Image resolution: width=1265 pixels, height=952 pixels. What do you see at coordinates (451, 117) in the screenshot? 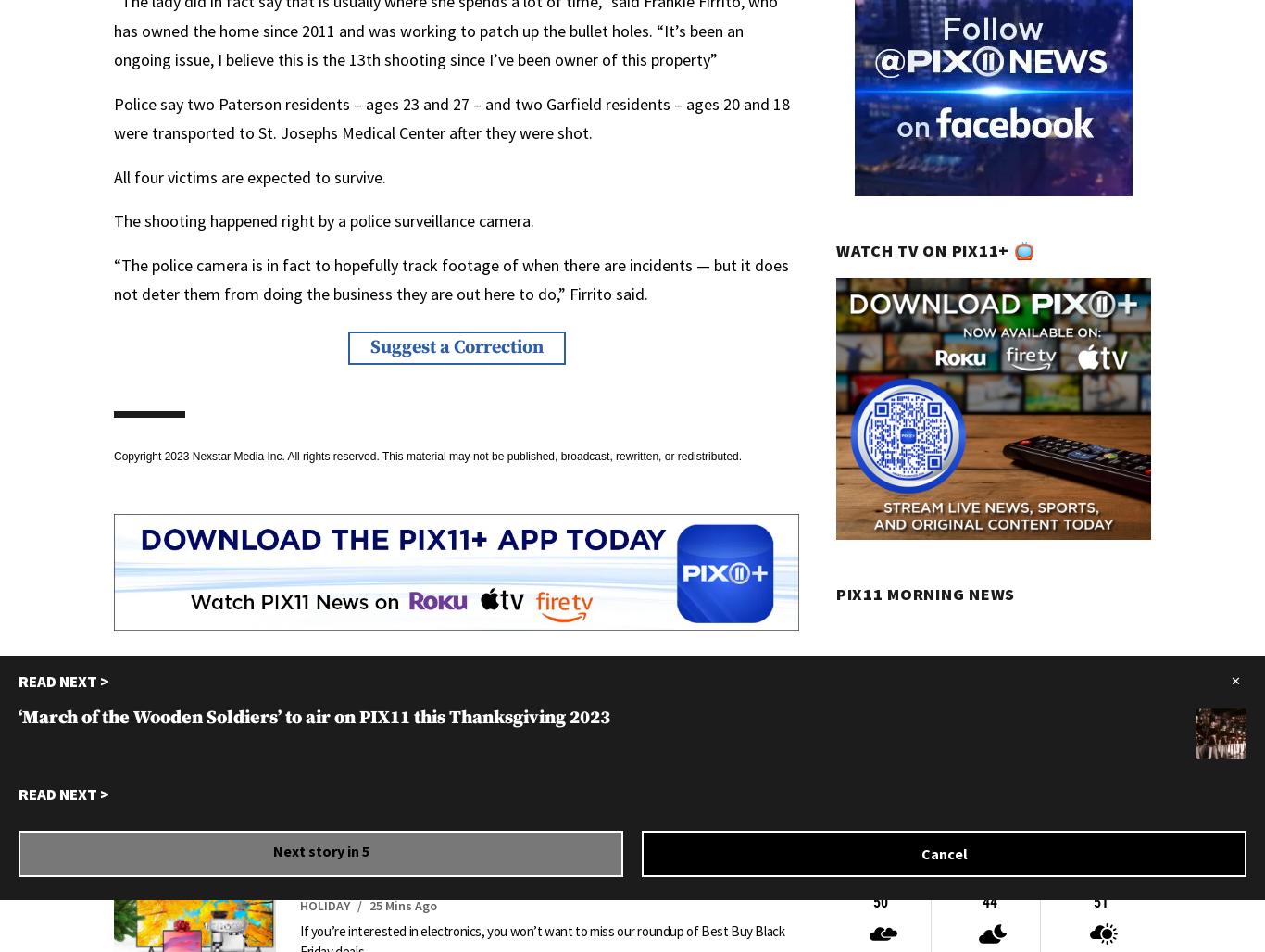
I see `'Police say two Paterson residents – ages 23 and 27 – and two Garfield residents – ages 20 and 18 were transported to St. Josephs Medical Center after they were shot.'` at bounding box center [451, 117].